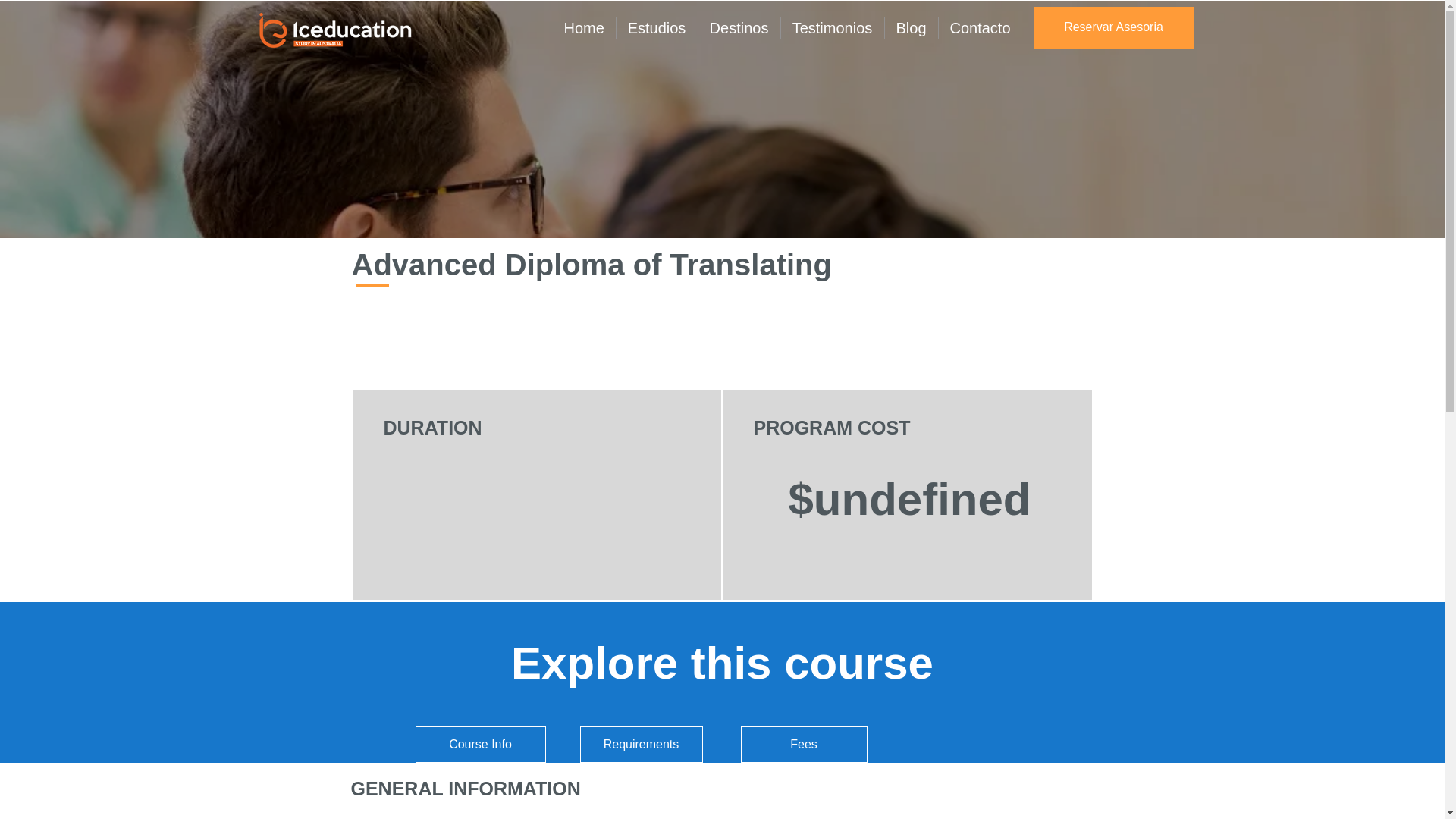 This screenshot has width=1456, height=819. I want to click on 'Home', so click(582, 28).